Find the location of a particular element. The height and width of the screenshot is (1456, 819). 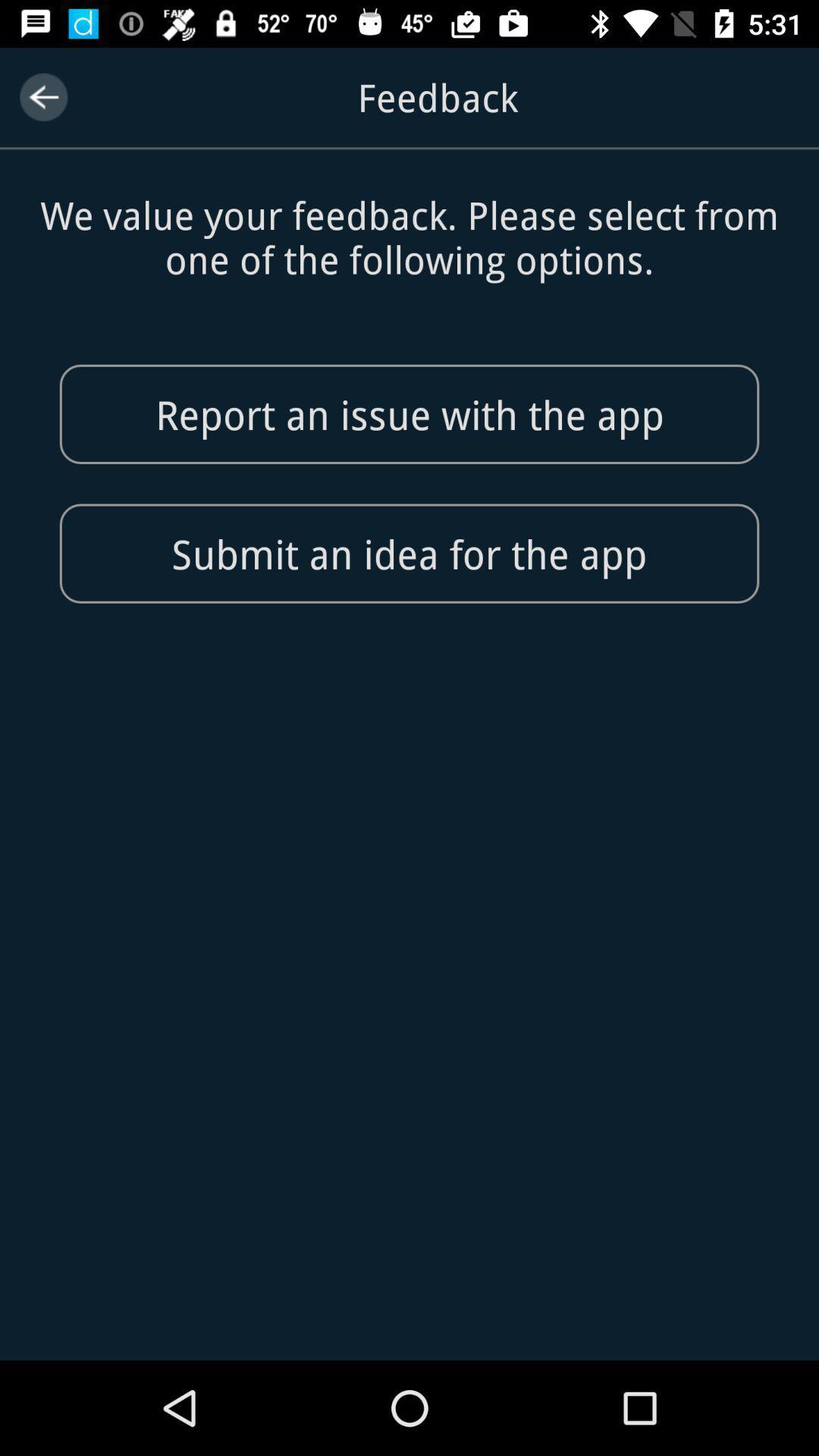

the arrow_backward icon is located at coordinates (42, 96).